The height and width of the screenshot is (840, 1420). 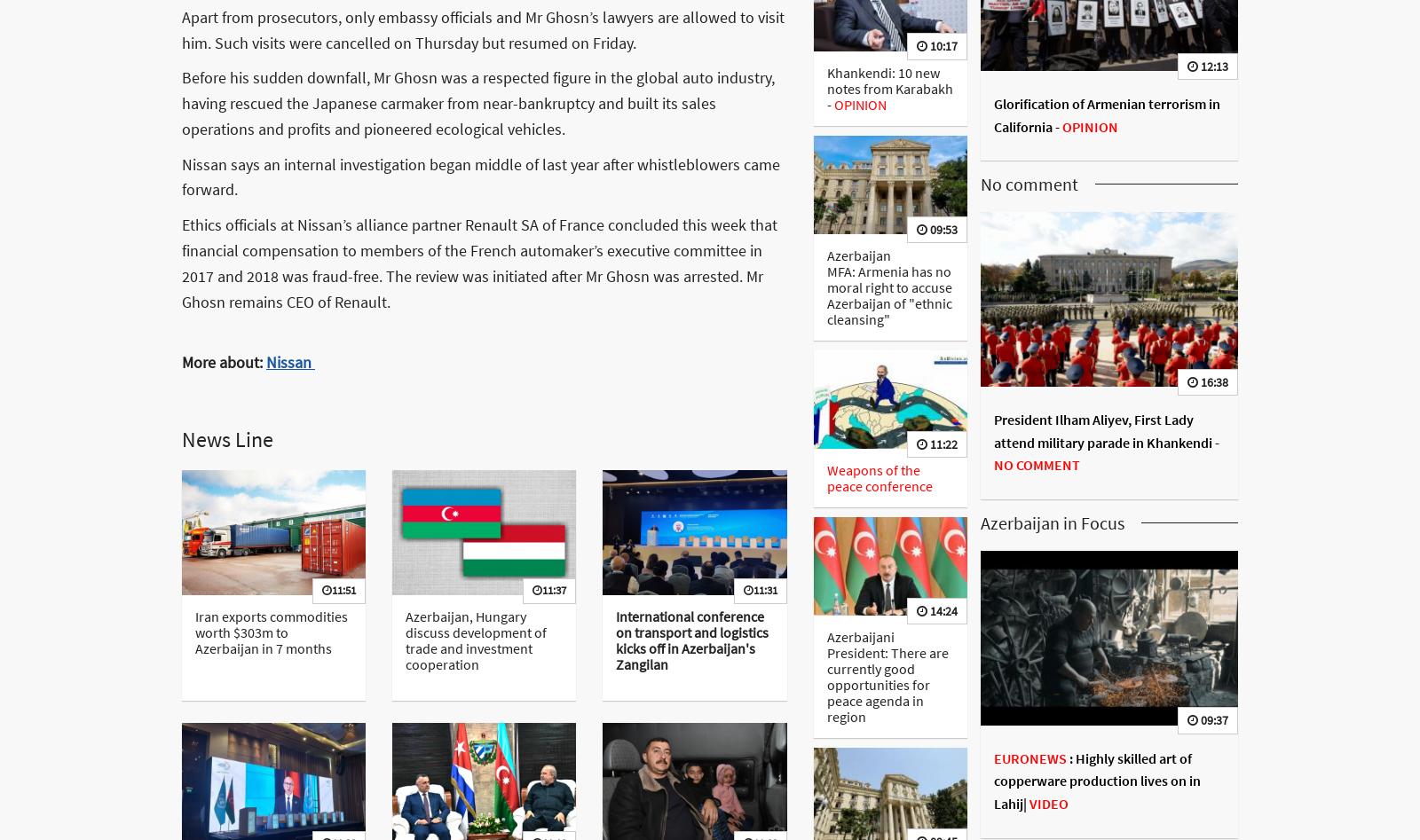 What do you see at coordinates (1101, 110) in the screenshot?
I see `'First Lady Mehriban Aliyeva addresses participants of “One Heart for Palestine” meeting'` at bounding box center [1101, 110].